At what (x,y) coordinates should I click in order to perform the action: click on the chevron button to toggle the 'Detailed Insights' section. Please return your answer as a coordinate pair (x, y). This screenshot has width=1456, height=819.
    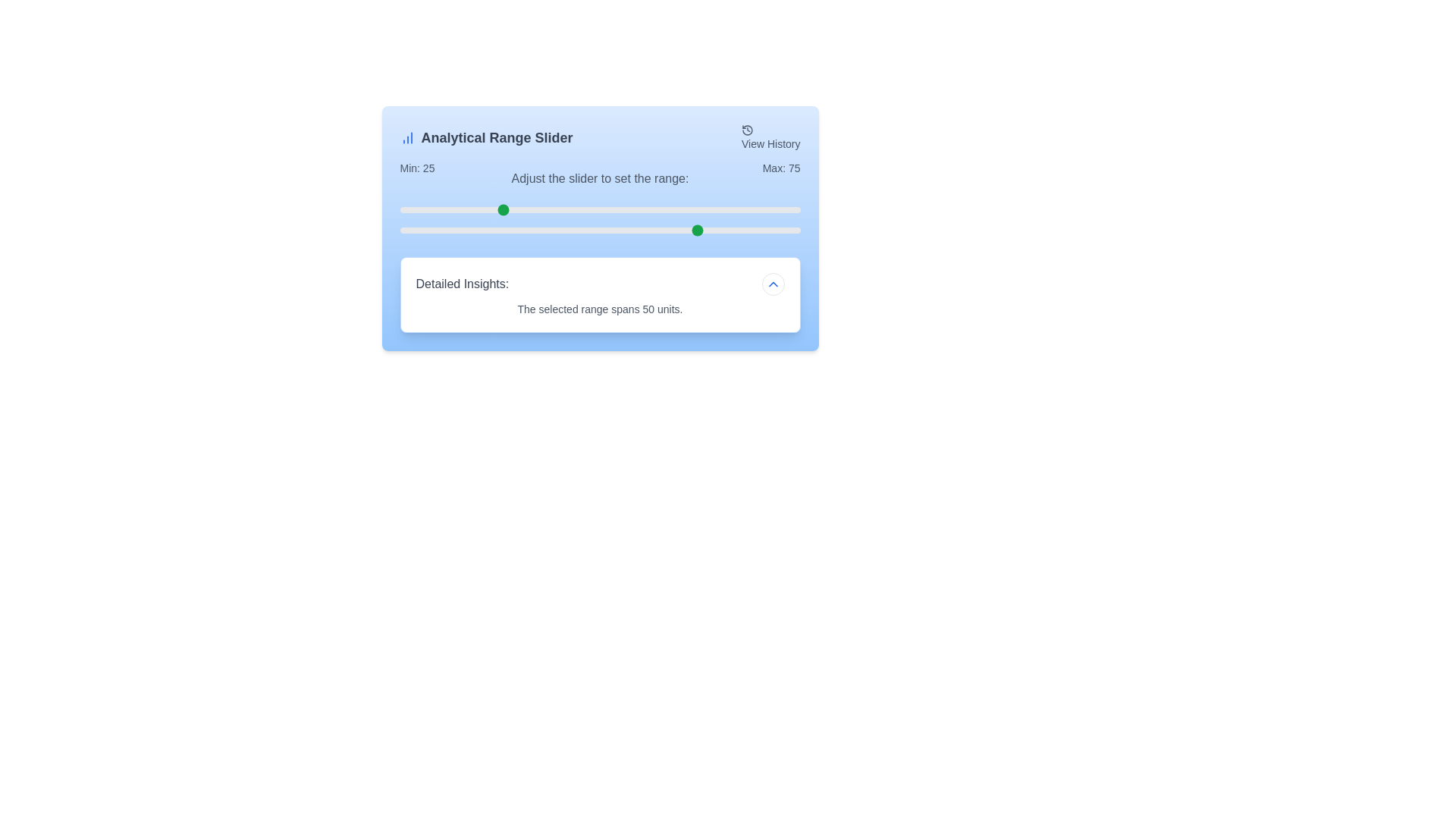
    Looking at the image, I should click on (773, 284).